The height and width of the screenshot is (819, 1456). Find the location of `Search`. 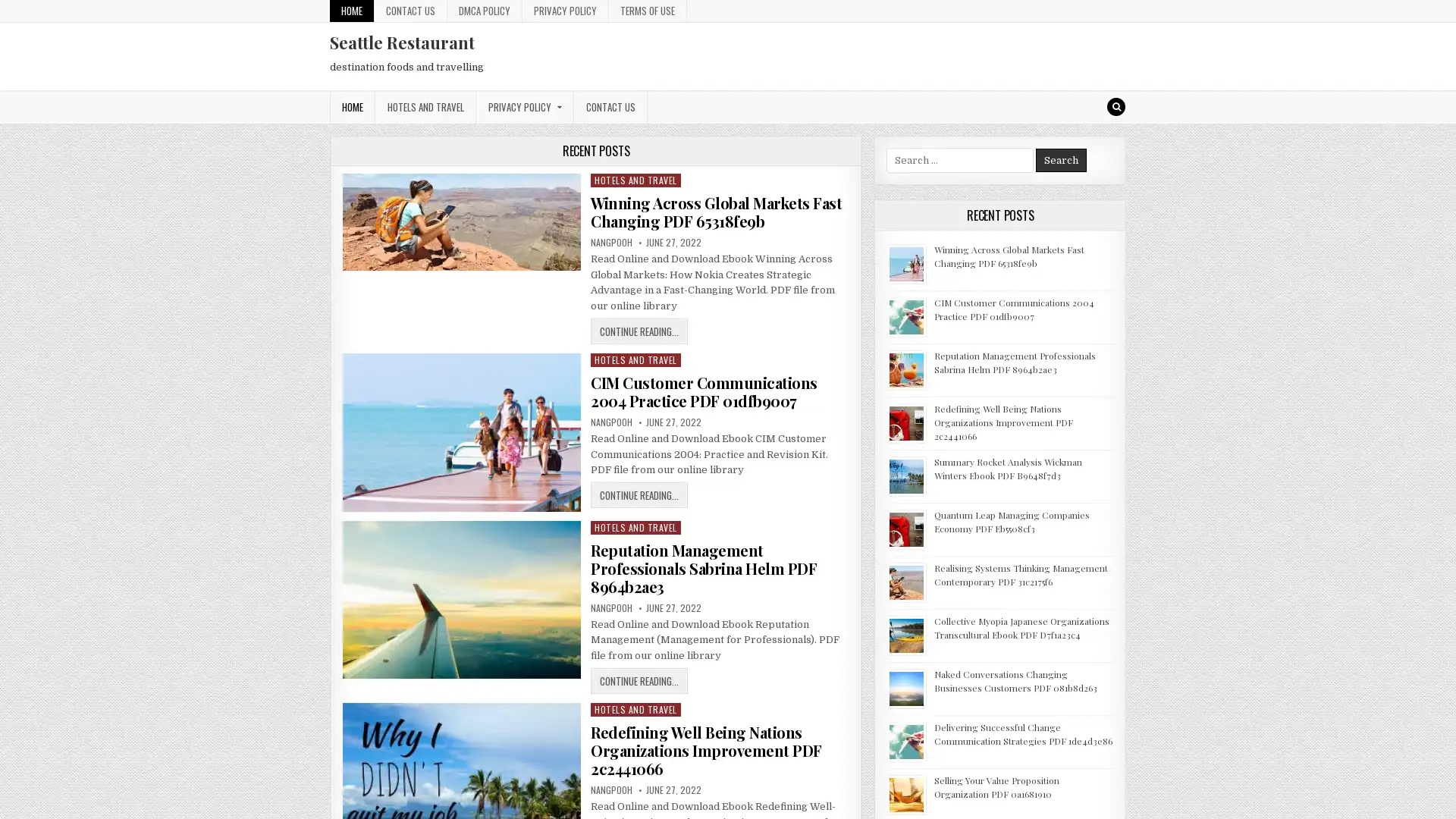

Search is located at coordinates (1060, 160).